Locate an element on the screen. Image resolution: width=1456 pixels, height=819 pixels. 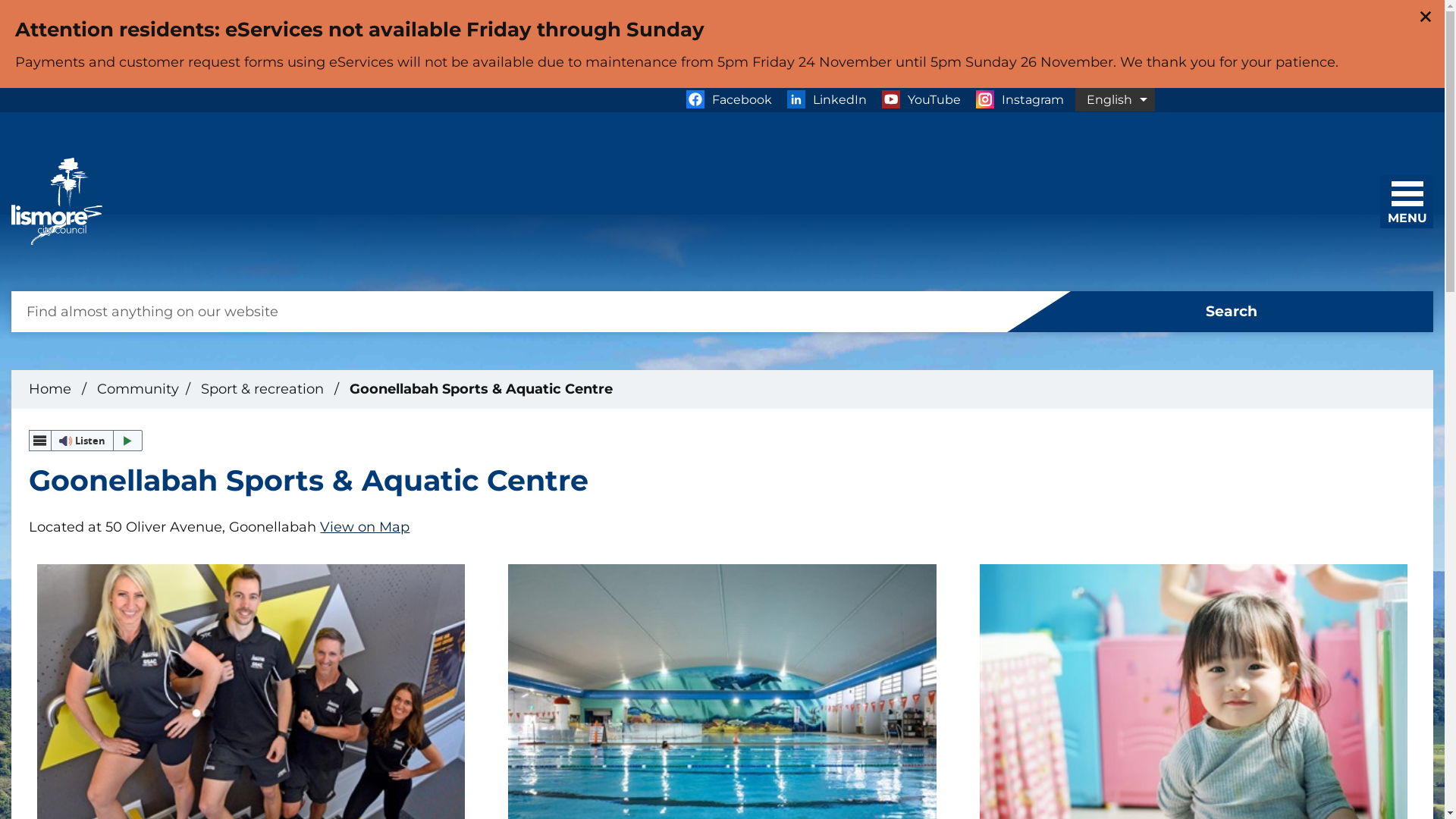
'Community' is located at coordinates (138, 388).